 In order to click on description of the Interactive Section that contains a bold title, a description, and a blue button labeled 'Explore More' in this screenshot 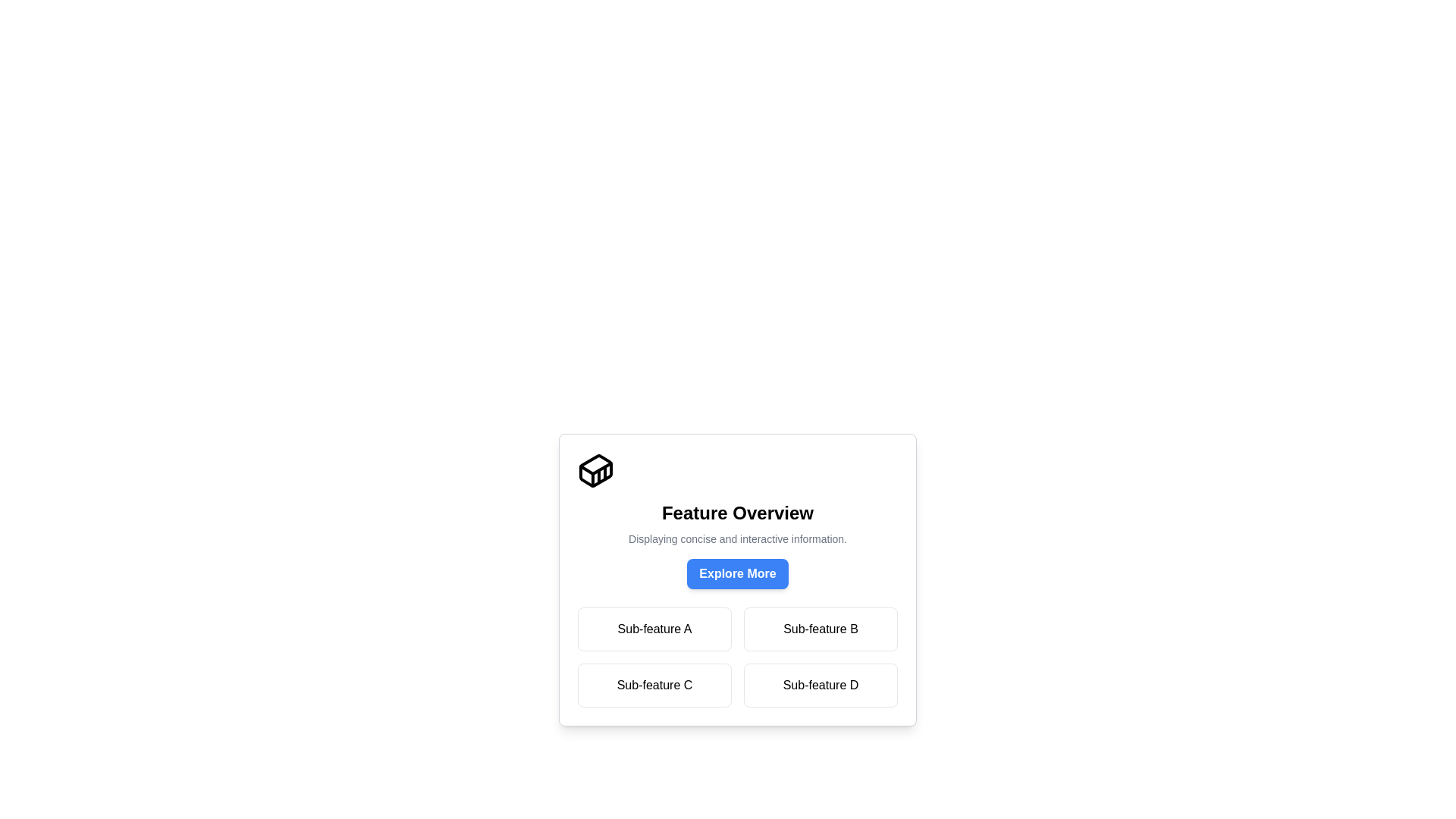, I will do `click(738, 579)`.